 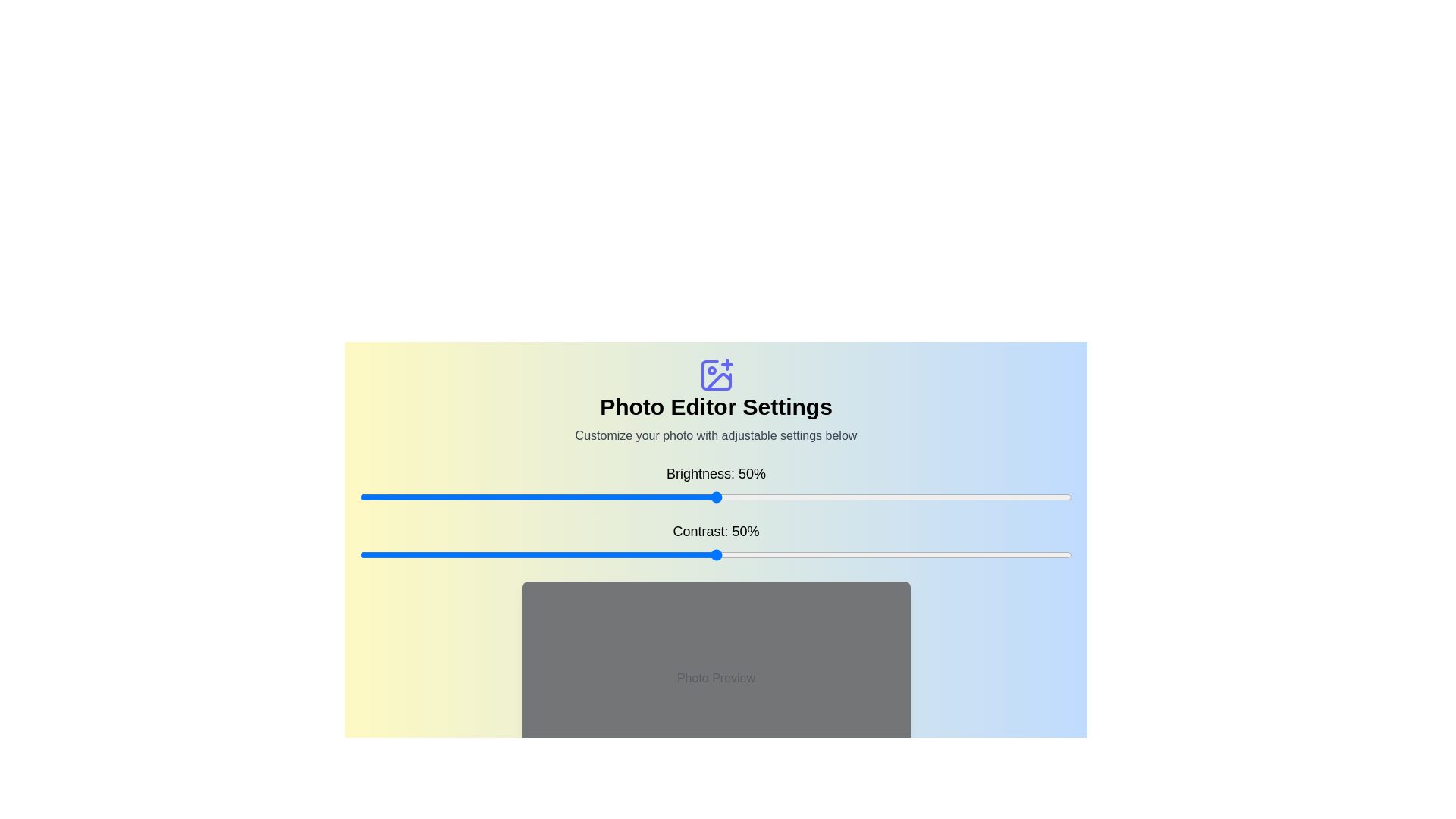 What do you see at coordinates (1015, 497) in the screenshot?
I see `the brightness slider to 92%` at bounding box center [1015, 497].